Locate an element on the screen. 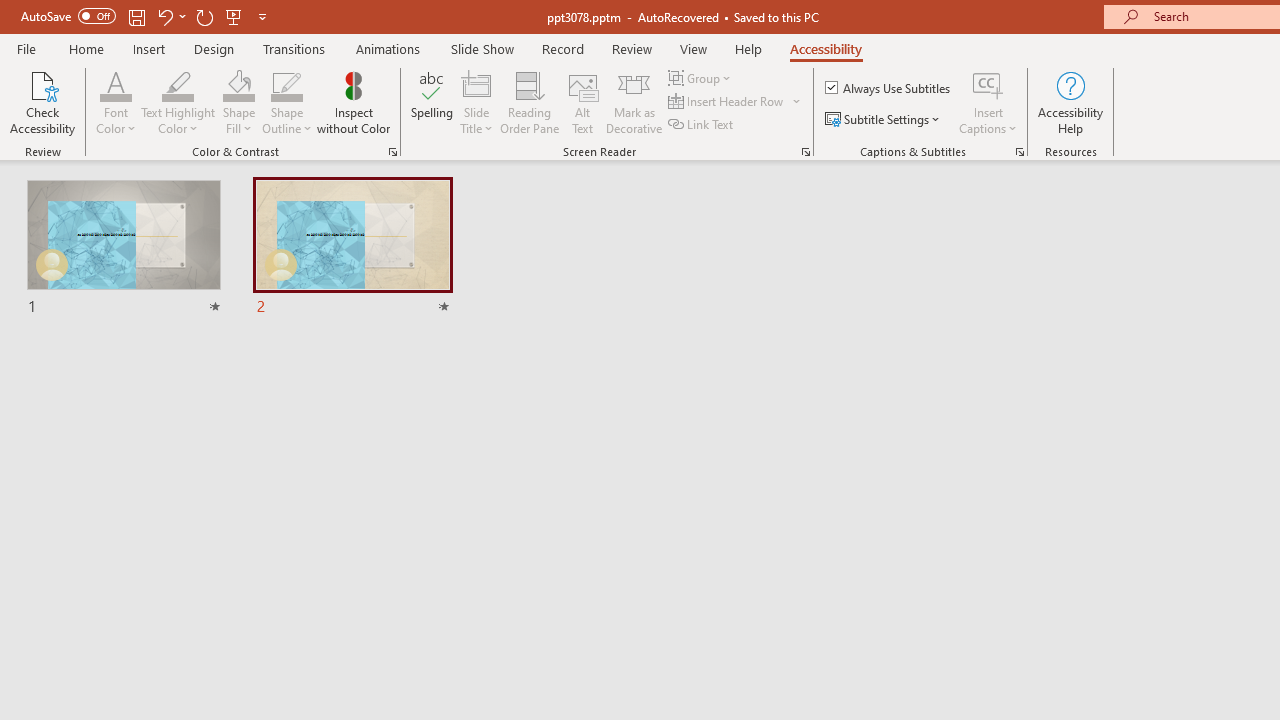  'Insert Header Row' is located at coordinates (735, 101).